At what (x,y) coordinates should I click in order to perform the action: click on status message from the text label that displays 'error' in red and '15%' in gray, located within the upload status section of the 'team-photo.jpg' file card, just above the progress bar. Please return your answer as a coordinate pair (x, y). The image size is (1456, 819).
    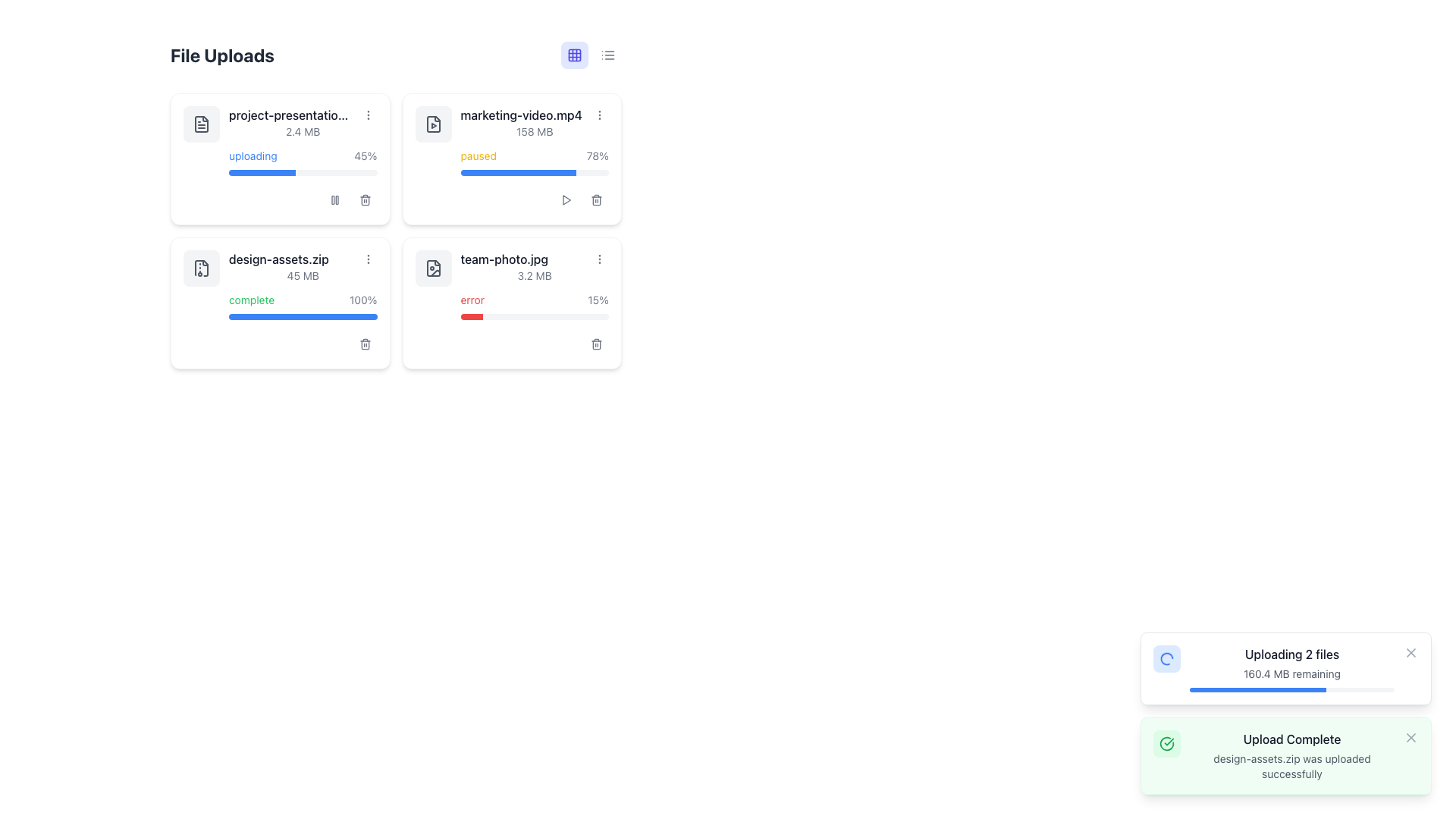
    Looking at the image, I should click on (535, 300).